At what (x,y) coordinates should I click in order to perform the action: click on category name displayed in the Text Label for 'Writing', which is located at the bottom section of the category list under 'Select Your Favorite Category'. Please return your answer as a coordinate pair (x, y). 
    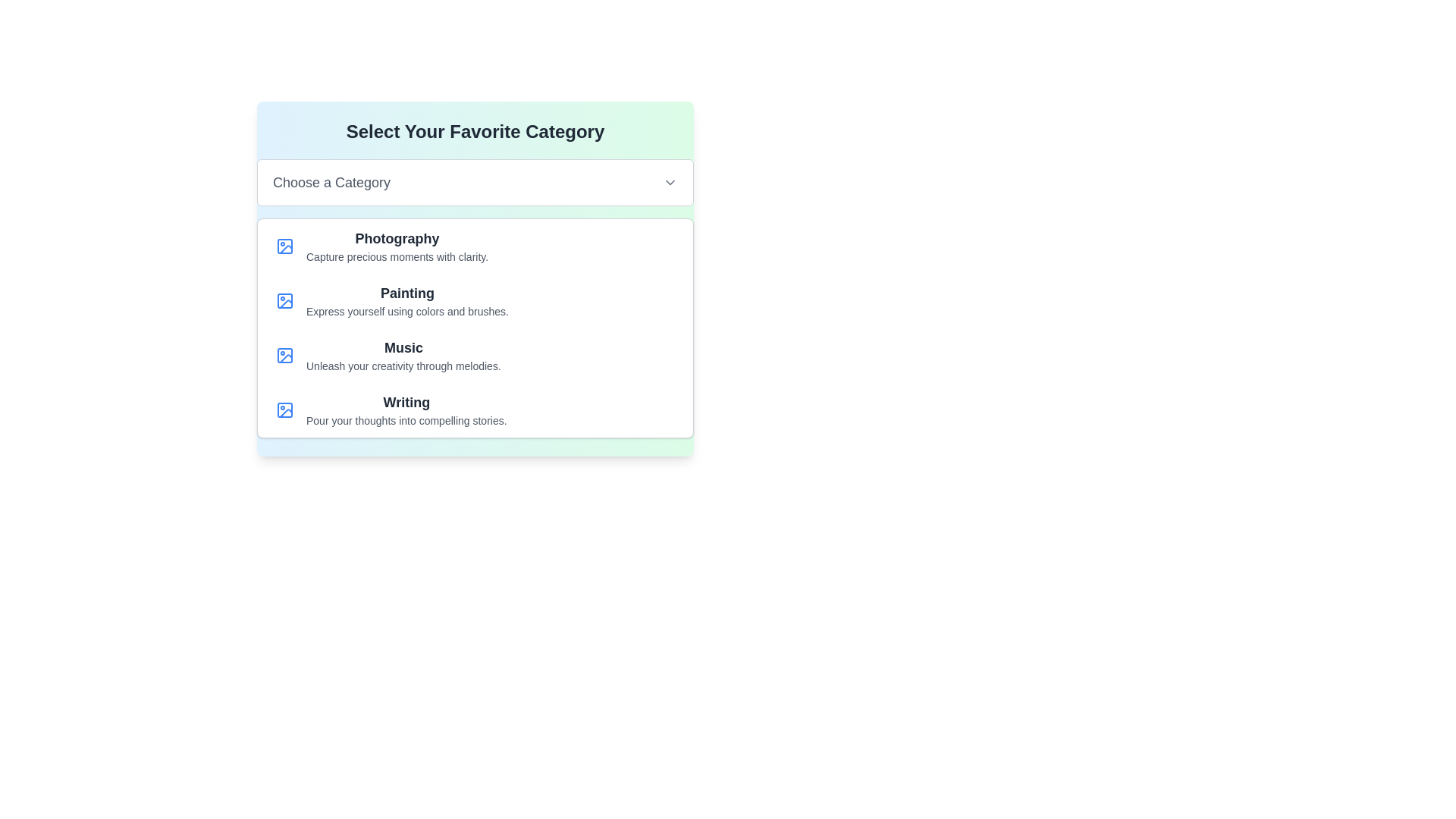
    Looking at the image, I should click on (406, 402).